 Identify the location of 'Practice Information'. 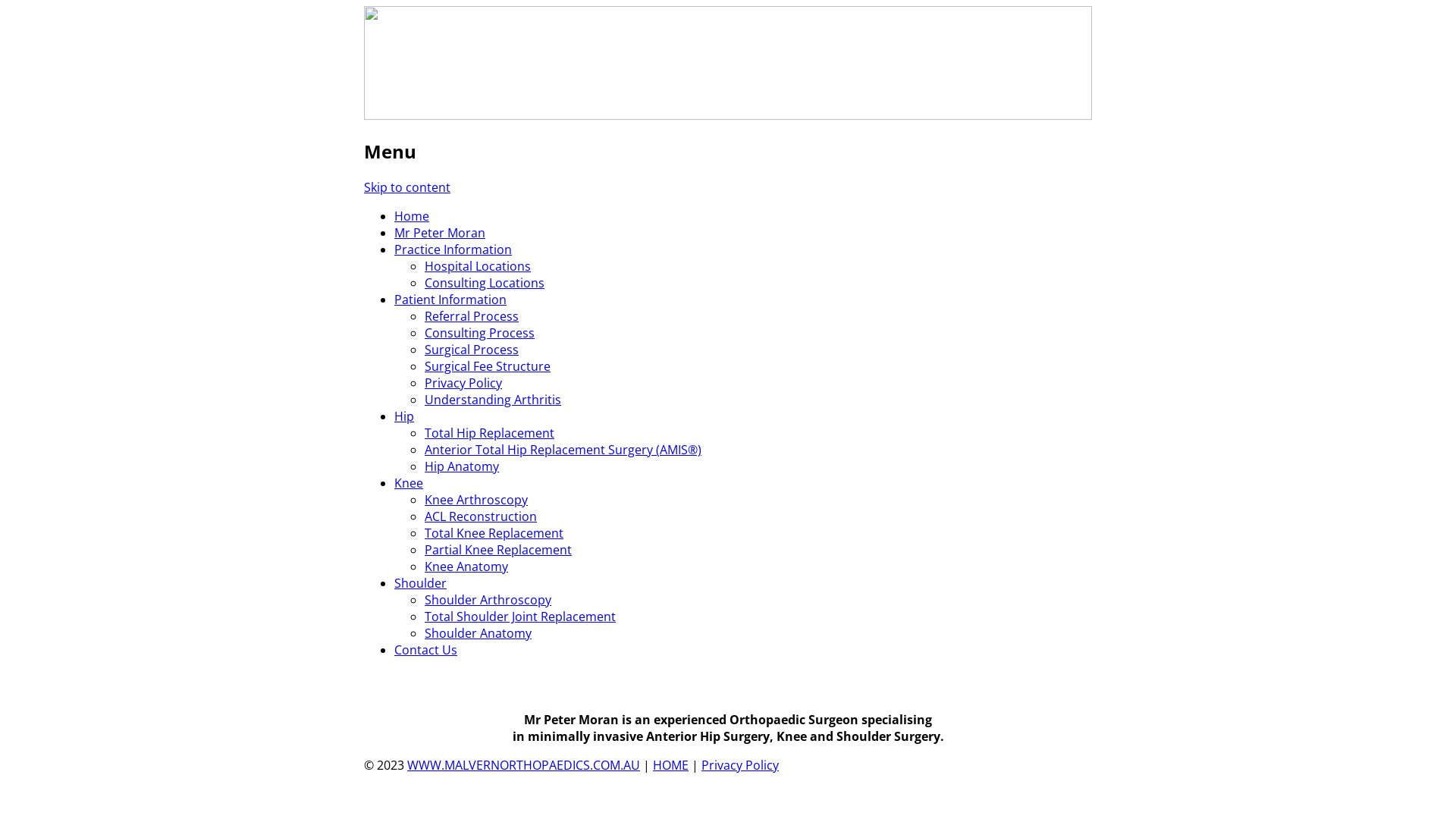
(452, 248).